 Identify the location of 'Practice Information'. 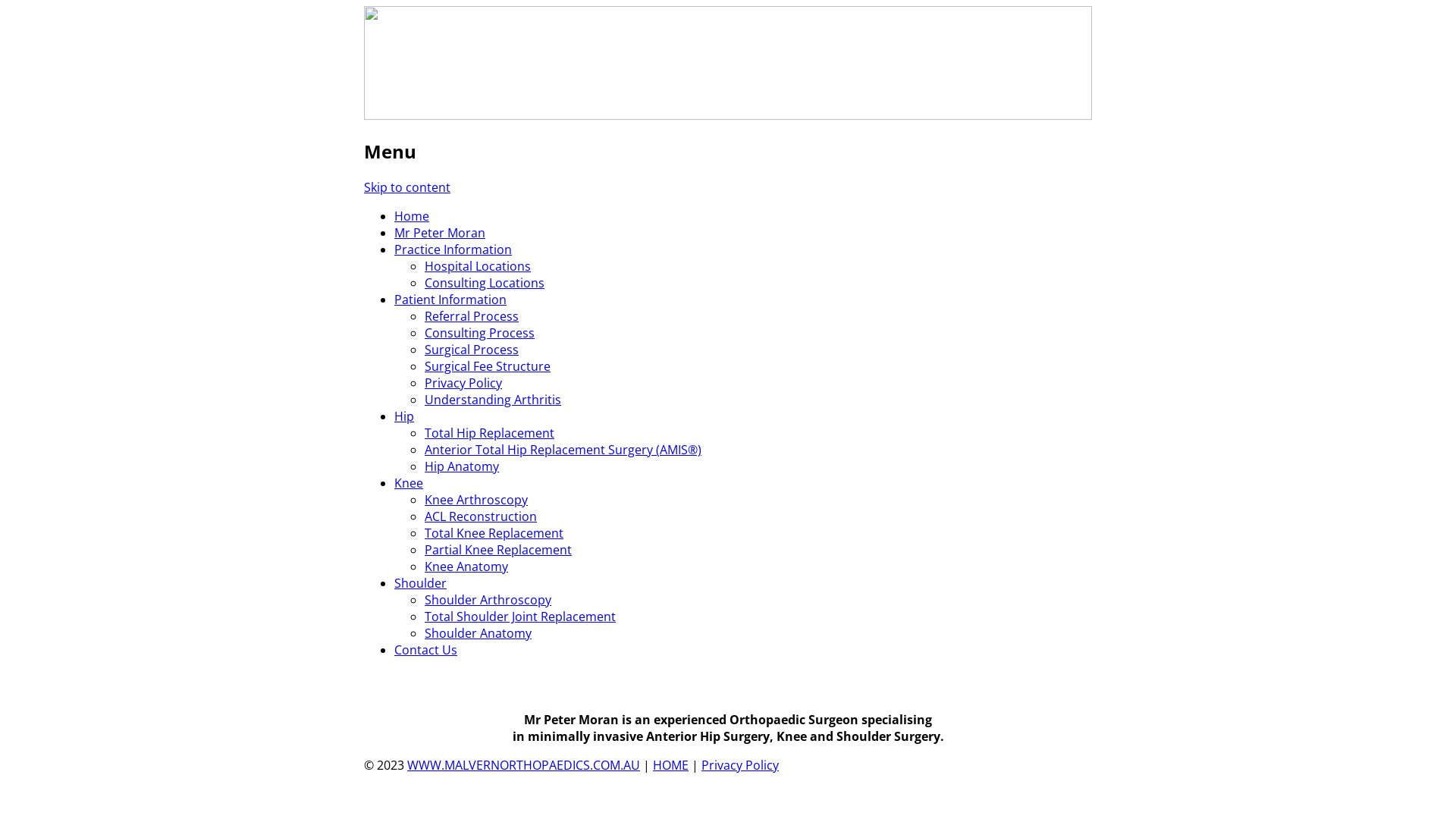
(452, 248).